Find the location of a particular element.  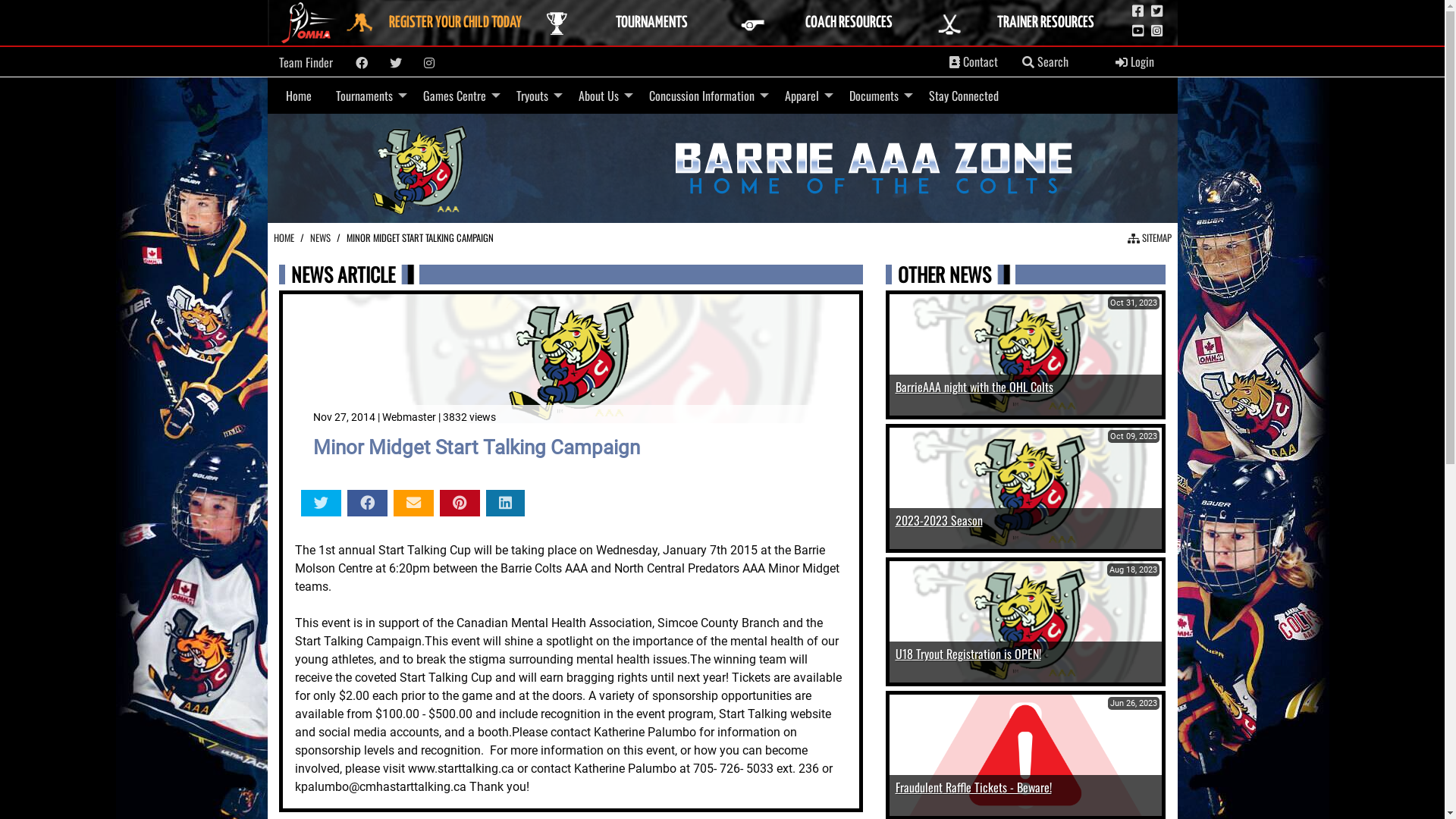

'Games Centre' is located at coordinates (457, 96).